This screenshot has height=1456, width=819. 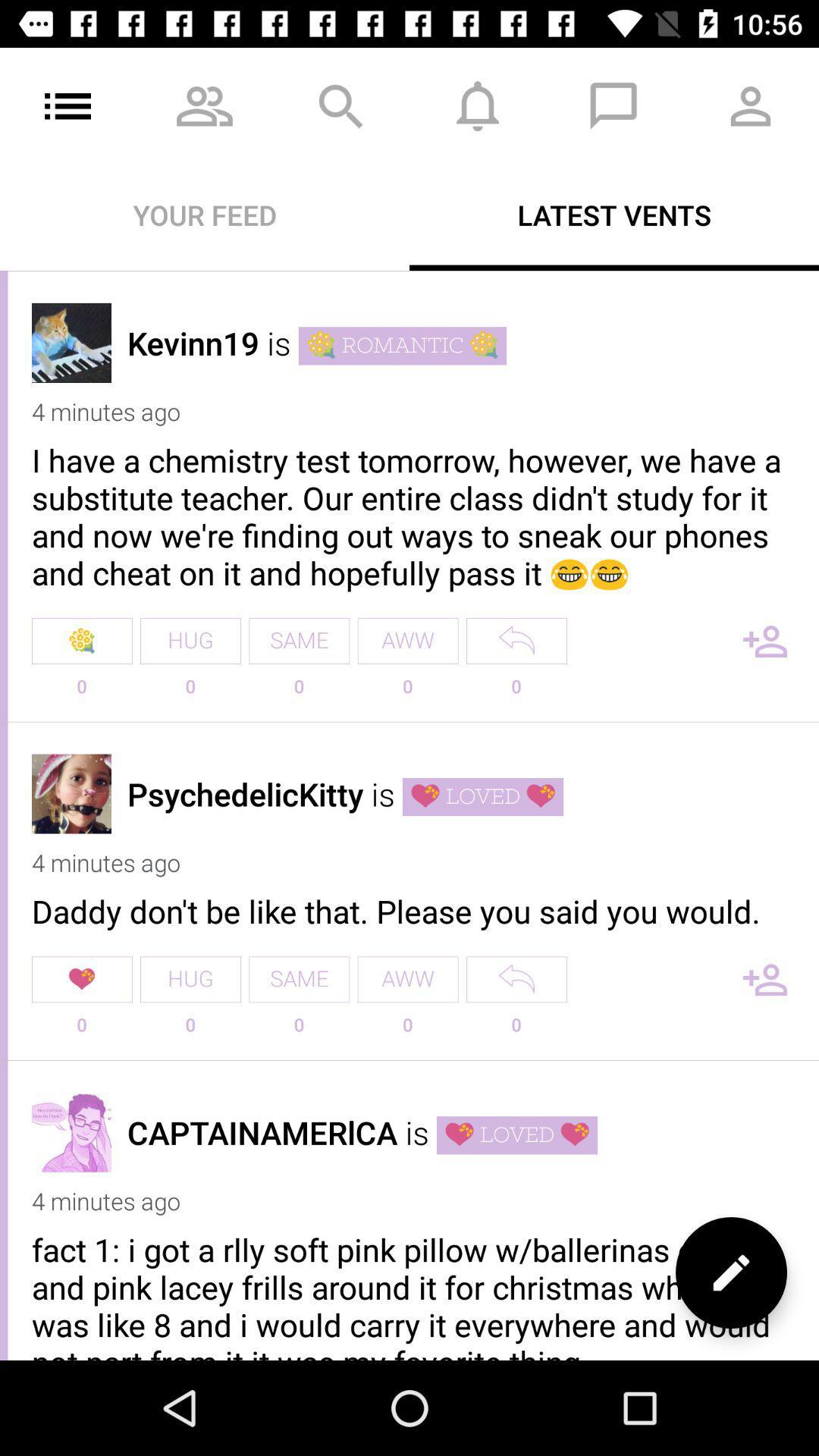 I want to click on profile, so click(x=71, y=792).